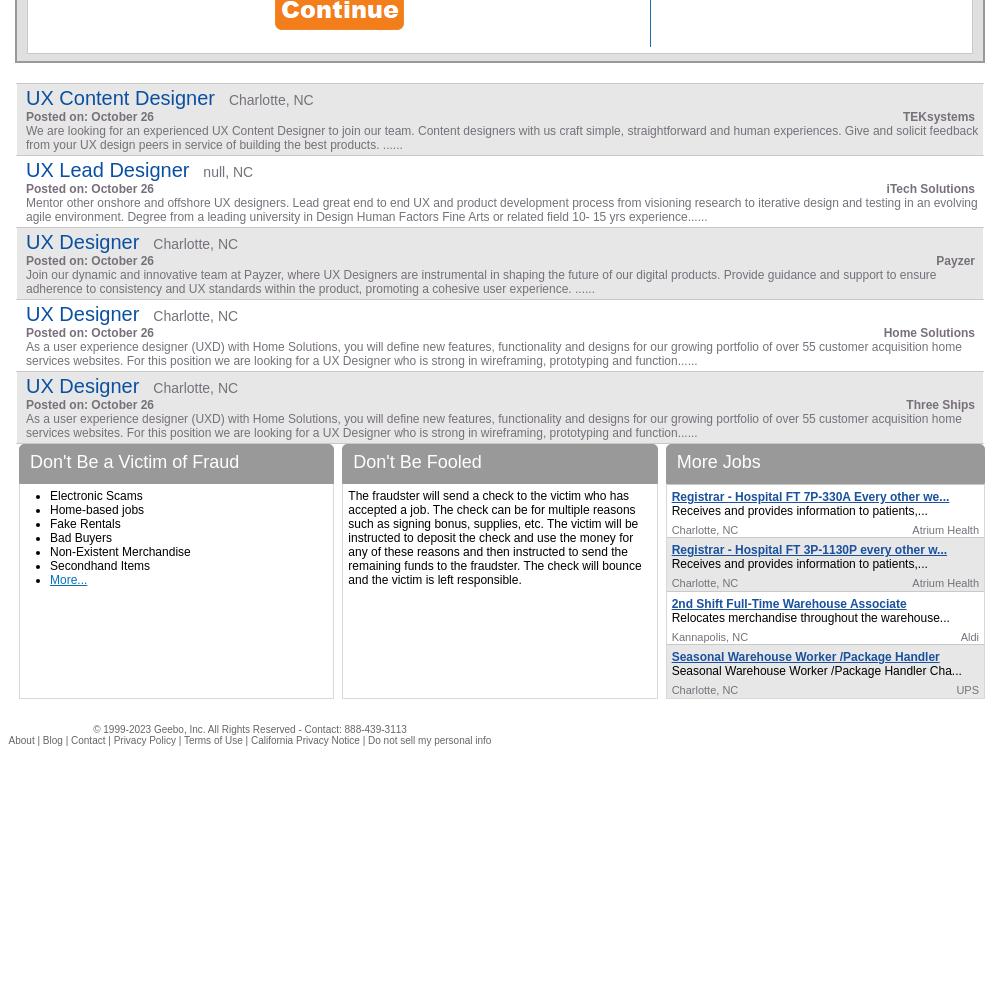 This screenshot has height=1000, width=1000. I want to click on 'null, NC', so click(227, 172).